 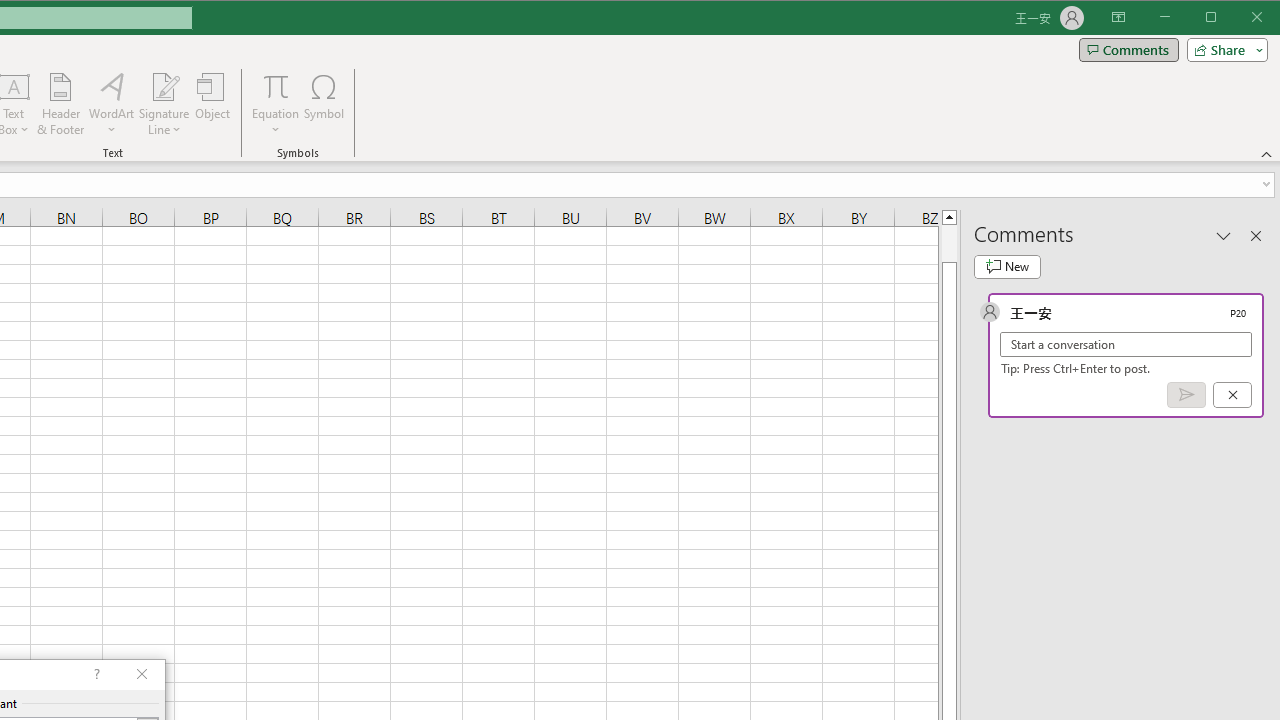 I want to click on 'WordArt', so click(x=111, y=104).